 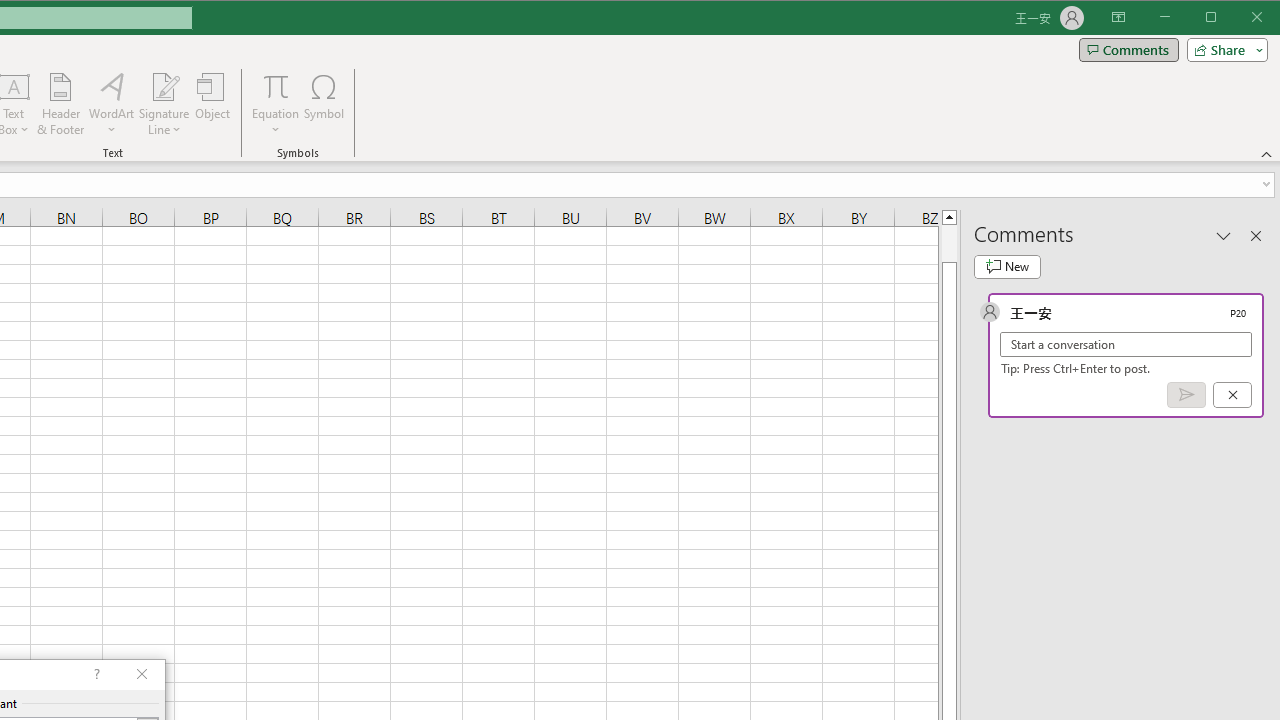 I want to click on 'WordArt', so click(x=111, y=104).